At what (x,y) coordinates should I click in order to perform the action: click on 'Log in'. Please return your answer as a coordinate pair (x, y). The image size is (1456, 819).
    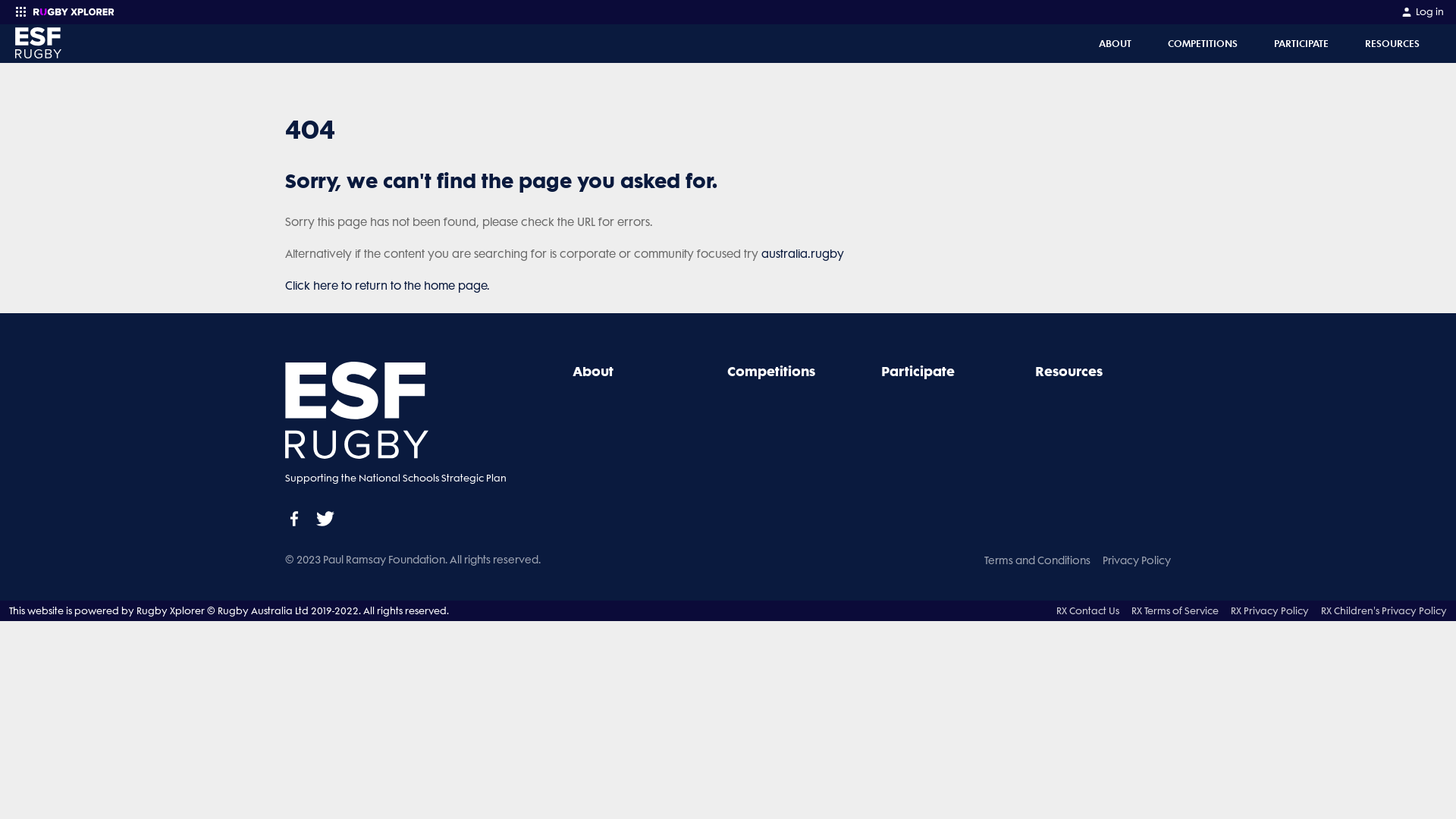
    Looking at the image, I should click on (1421, 11).